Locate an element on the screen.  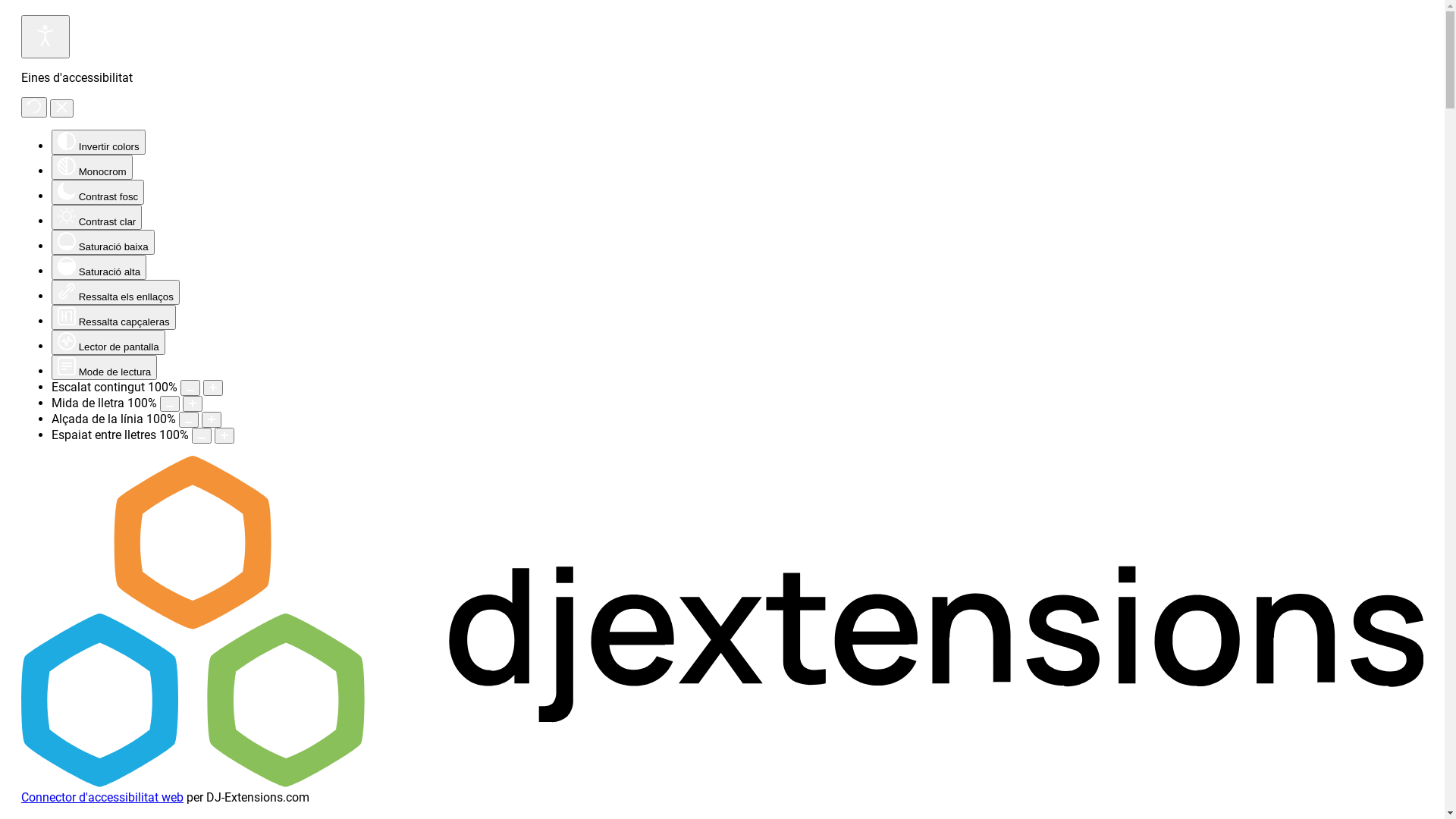
'Tanca les eines d'accessibilitat' is located at coordinates (61, 107).